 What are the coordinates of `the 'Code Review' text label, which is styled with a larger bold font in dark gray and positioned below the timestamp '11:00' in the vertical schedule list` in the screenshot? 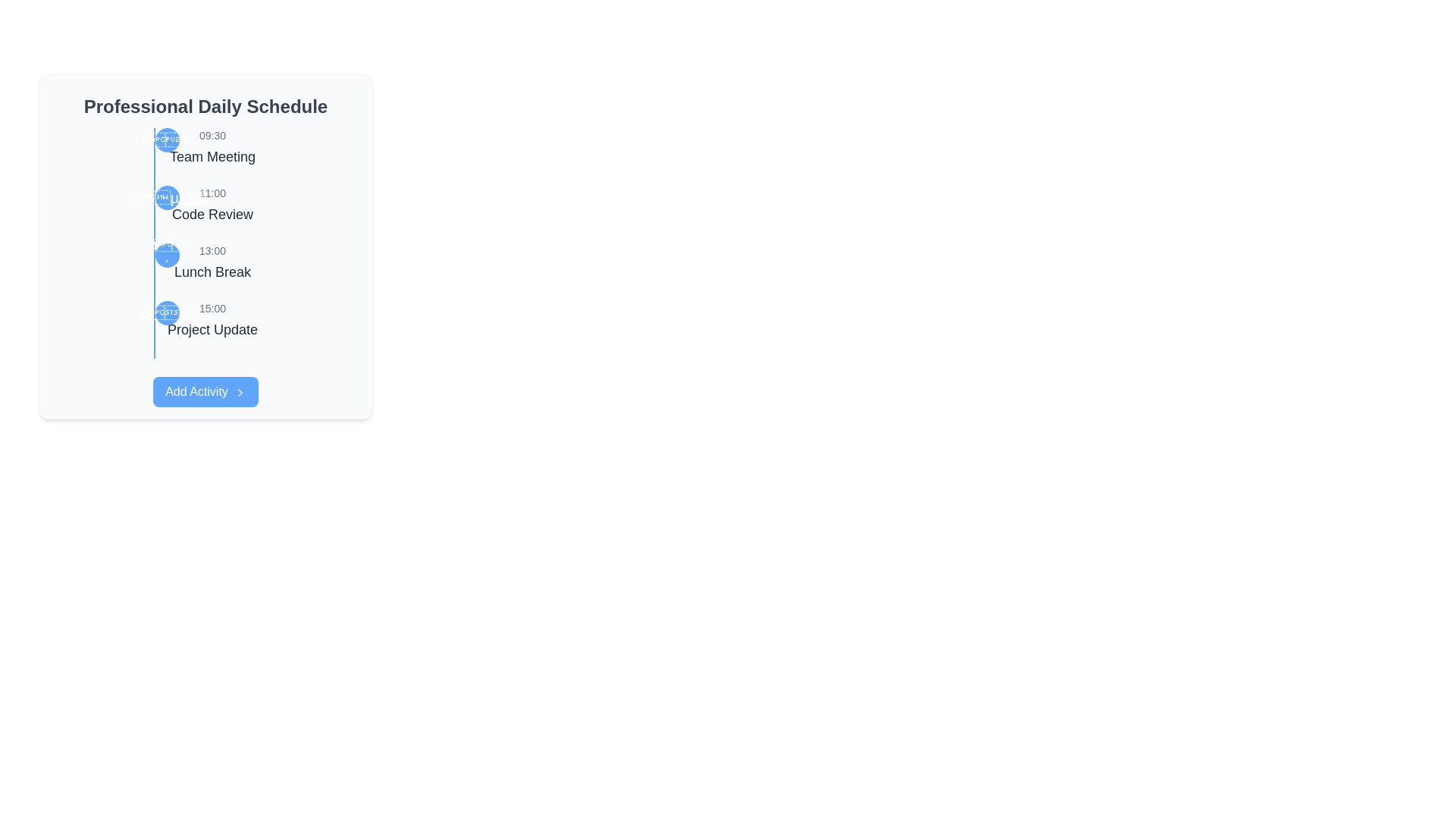 It's located at (212, 214).